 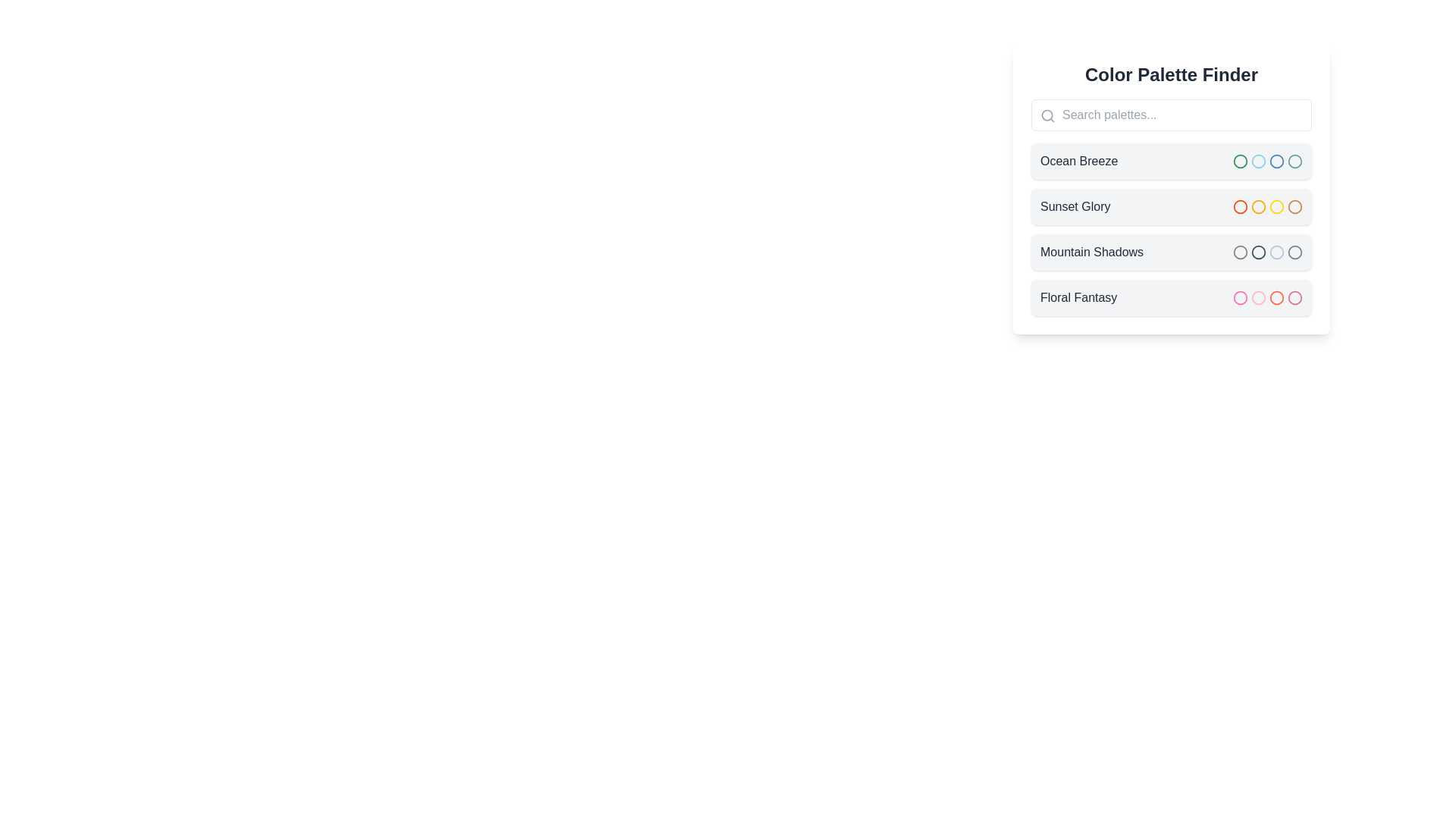 I want to click on the search icon located inside the 'Search palettes...' input field in the 'Color Palette Finder' section, so click(x=1047, y=115).